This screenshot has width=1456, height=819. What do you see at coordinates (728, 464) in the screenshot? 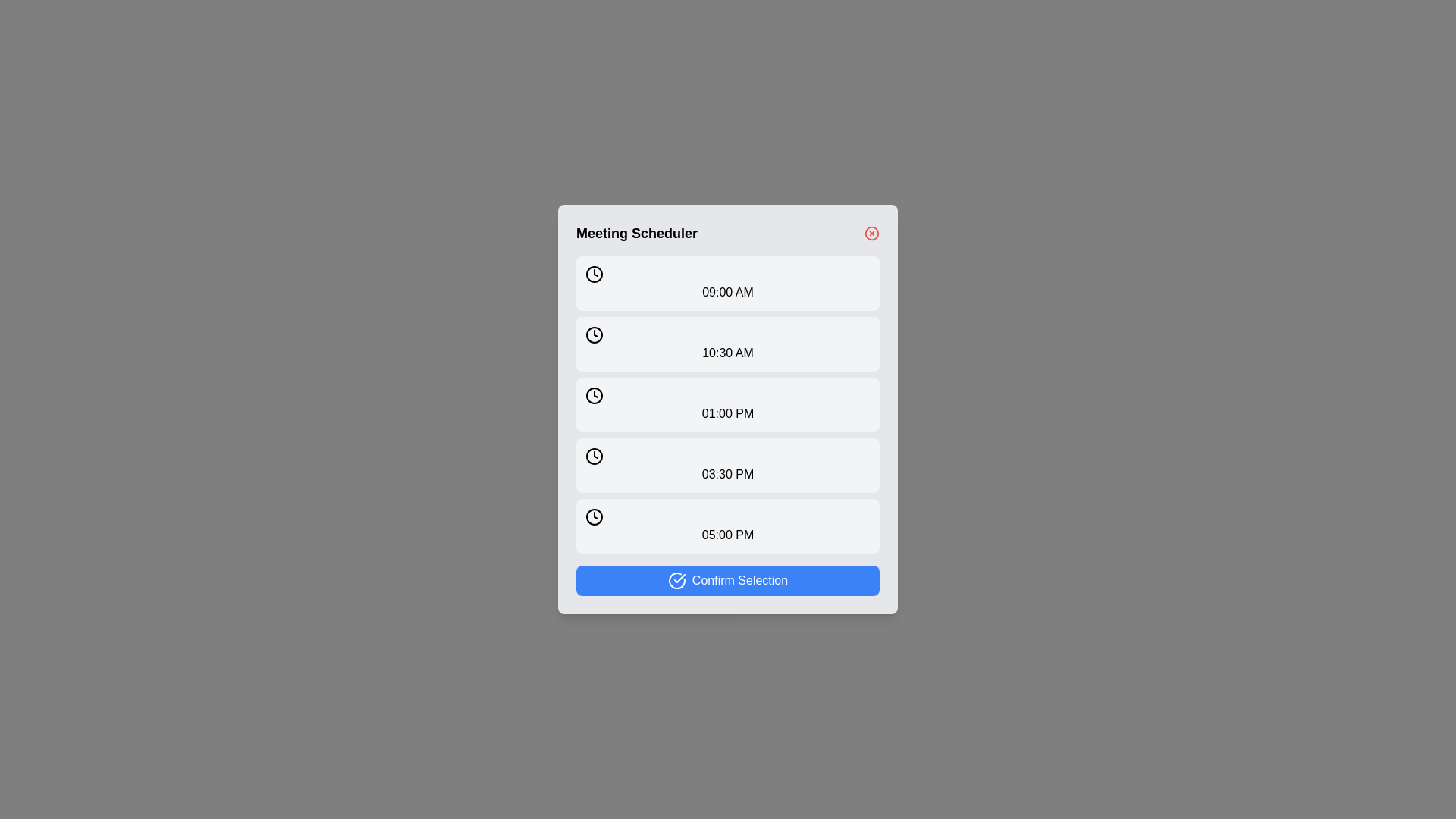
I see `the time slot button corresponding to 03:30 PM` at bounding box center [728, 464].